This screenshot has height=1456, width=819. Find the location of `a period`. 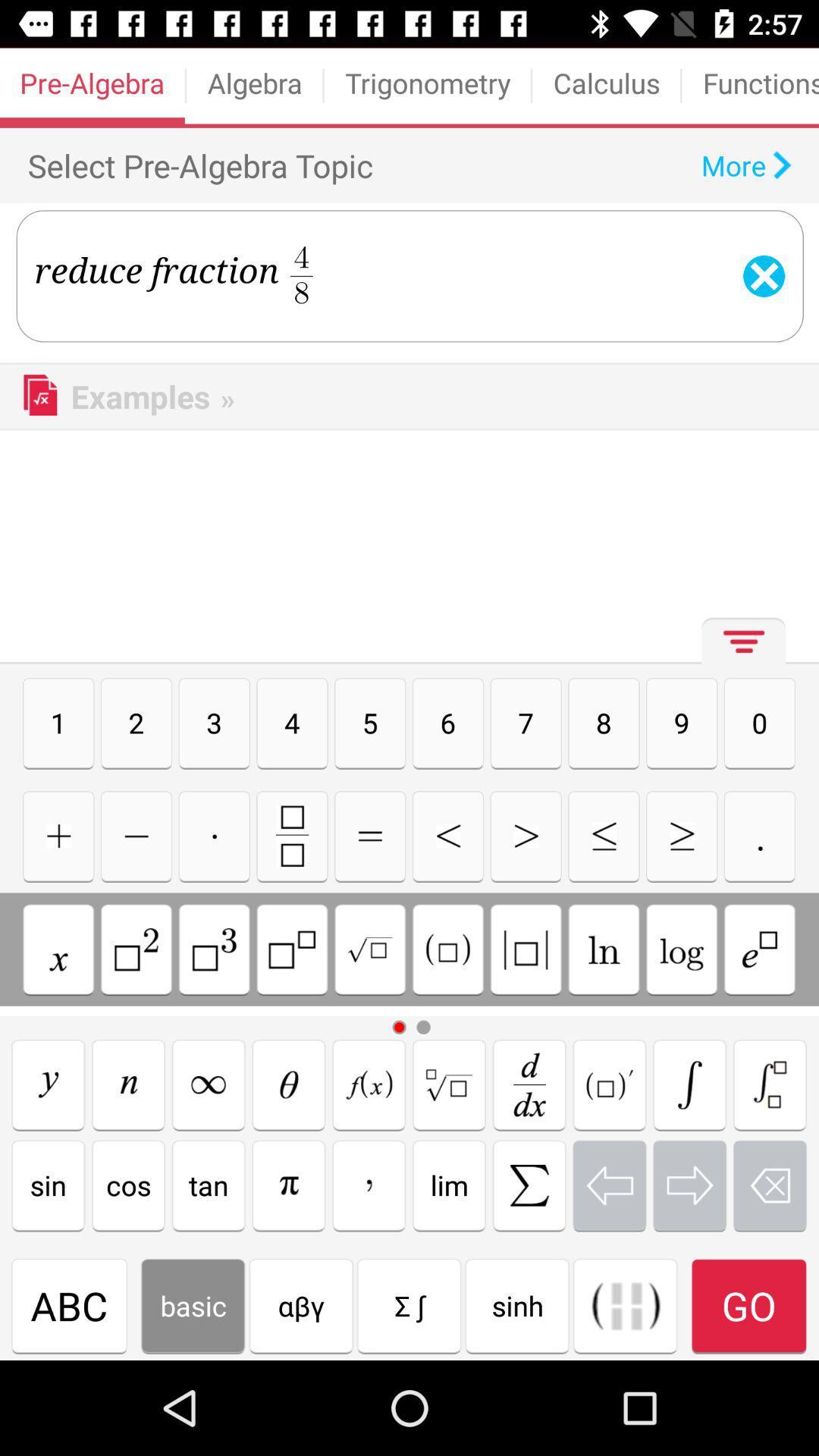

a period is located at coordinates (760, 835).